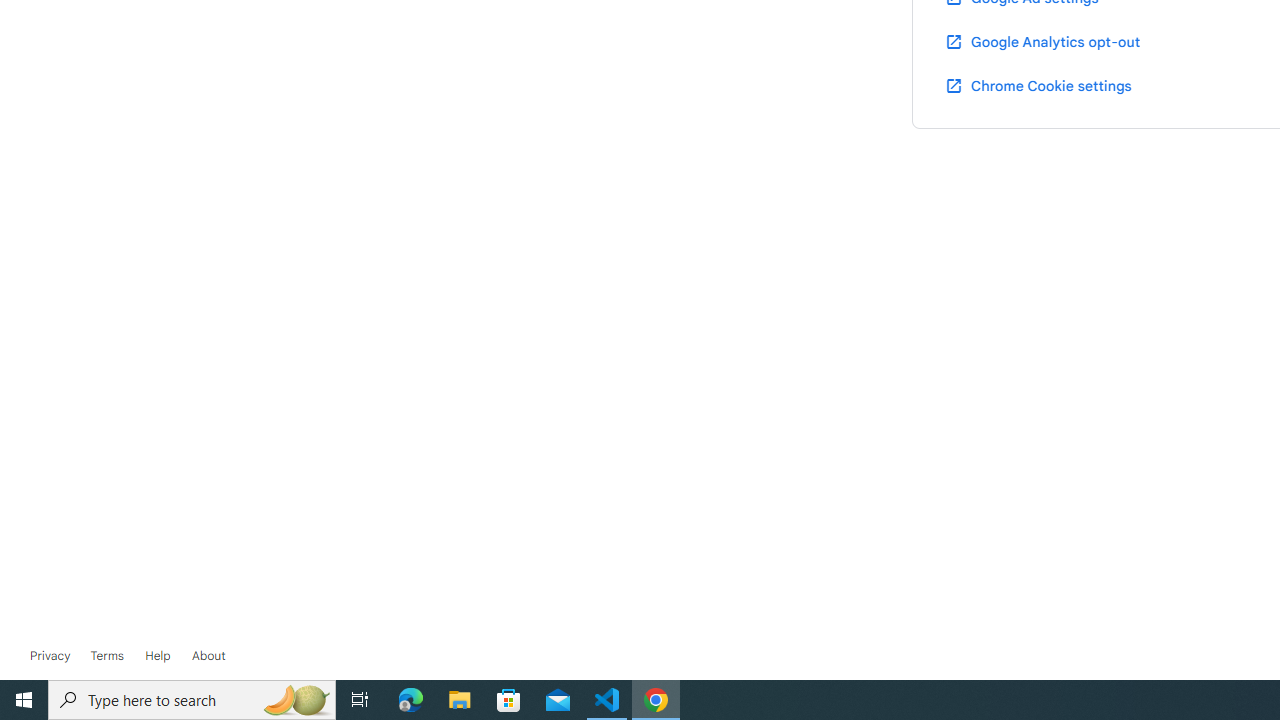 The height and width of the screenshot is (720, 1280). Describe the element at coordinates (1038, 84) in the screenshot. I see `'Chrome Cookie settings'` at that location.